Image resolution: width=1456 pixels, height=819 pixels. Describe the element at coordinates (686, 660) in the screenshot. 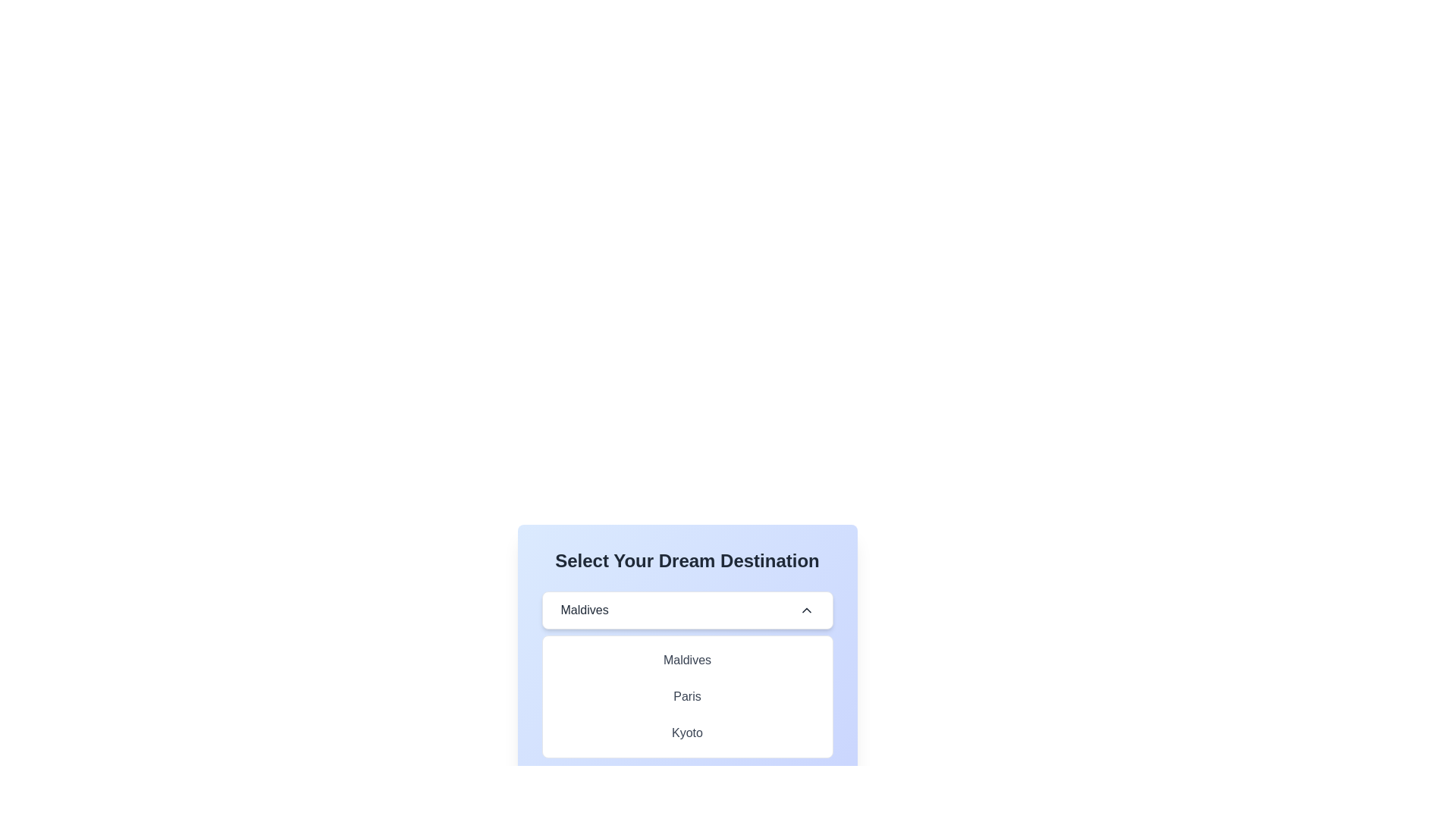

I see `the 'Maldives' selectable label in the dropdown menu` at that location.